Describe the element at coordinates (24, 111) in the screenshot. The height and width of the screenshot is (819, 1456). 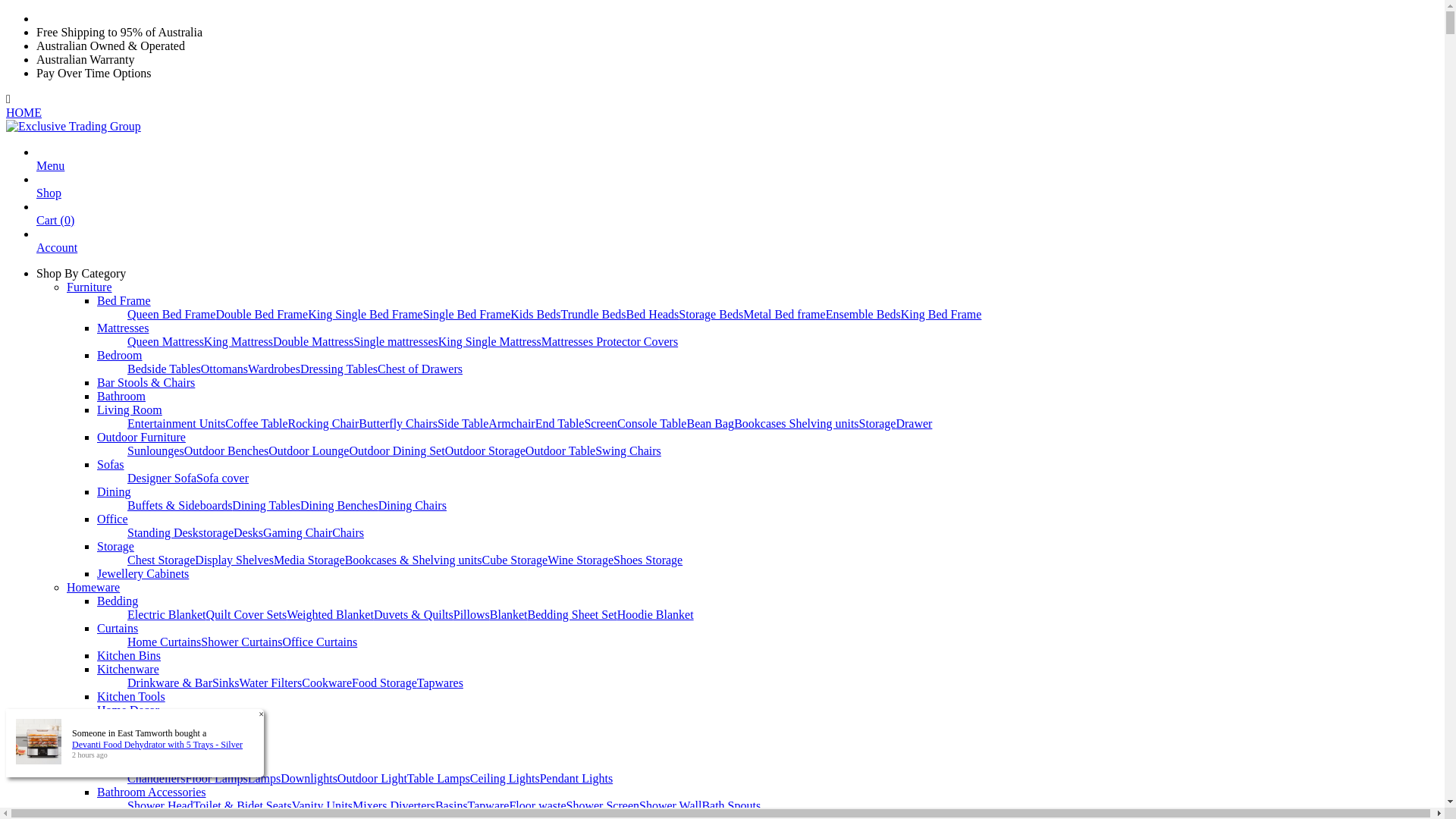
I see `'HOME'` at that location.